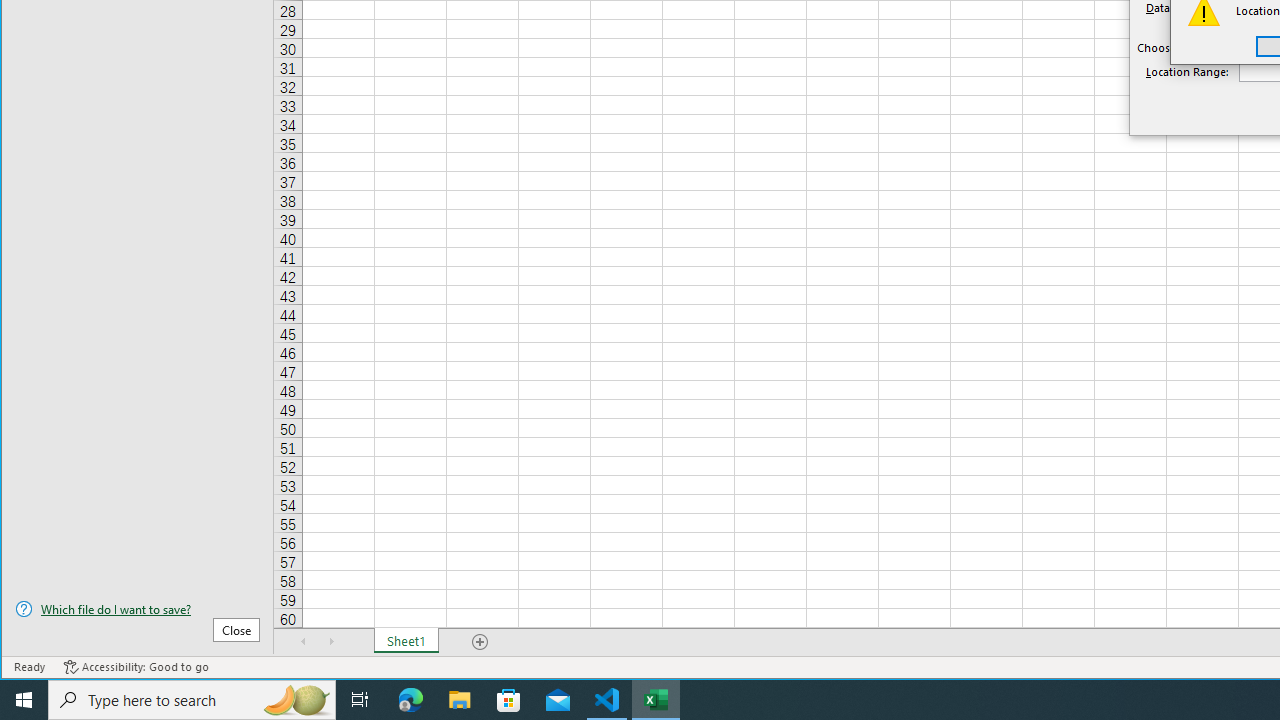 This screenshot has width=1280, height=720. Describe the element at coordinates (656, 698) in the screenshot. I see `'Excel - 1 running window'` at that location.